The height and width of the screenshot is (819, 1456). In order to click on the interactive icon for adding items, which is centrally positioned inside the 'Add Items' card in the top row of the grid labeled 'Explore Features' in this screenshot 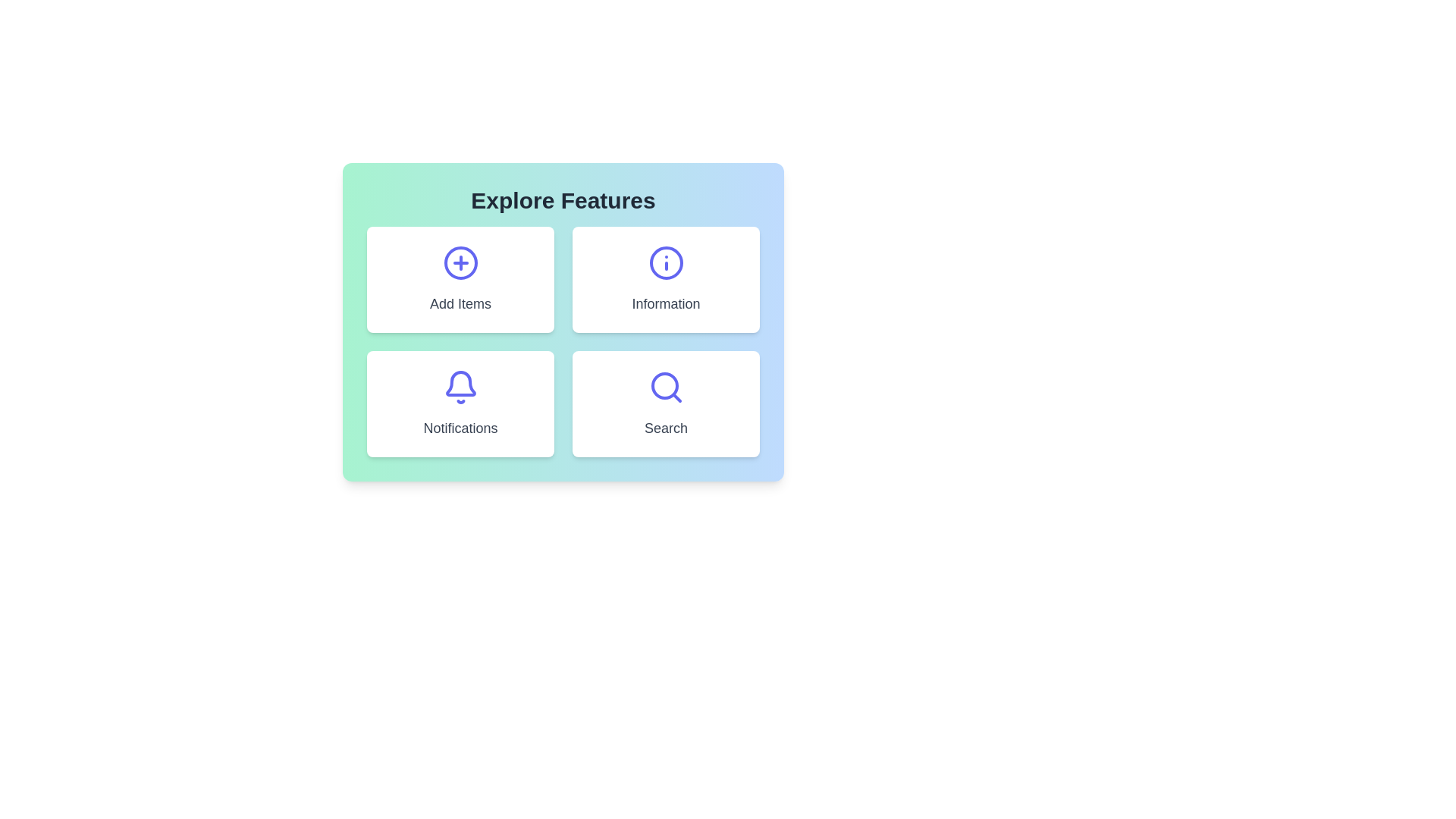, I will do `click(460, 262)`.